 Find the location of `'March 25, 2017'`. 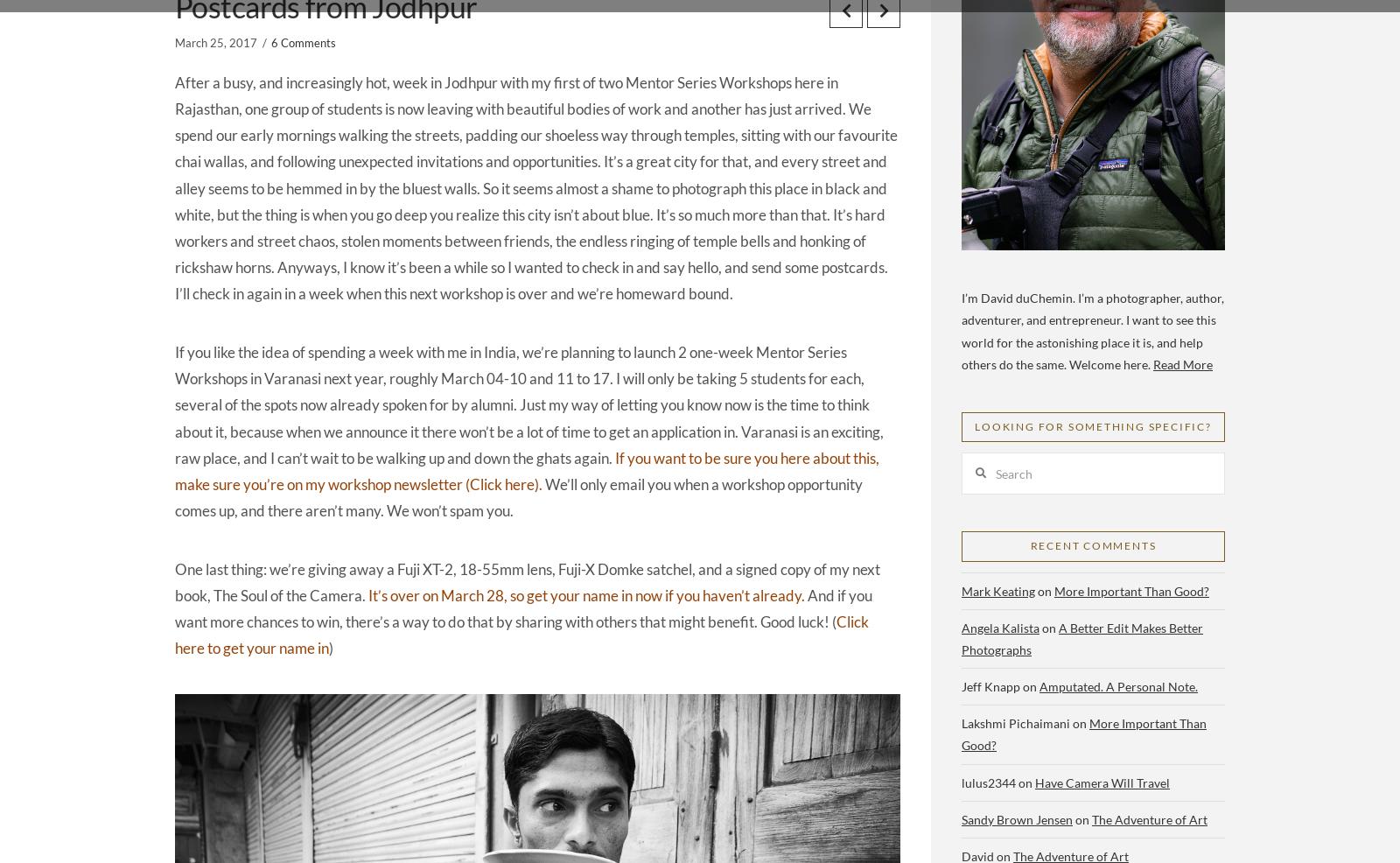

'March 25, 2017' is located at coordinates (216, 42).